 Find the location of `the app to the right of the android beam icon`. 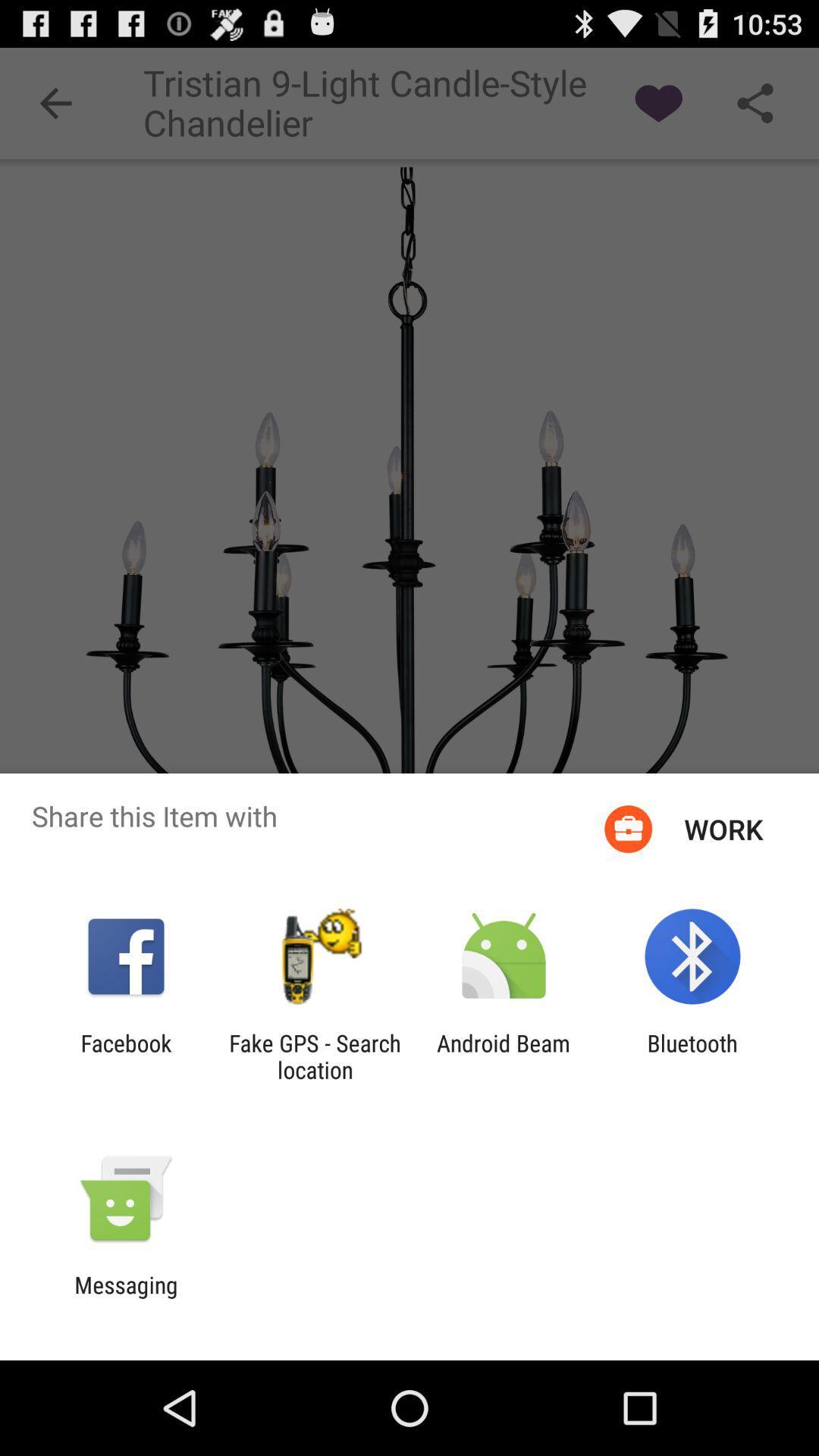

the app to the right of the android beam icon is located at coordinates (692, 1056).